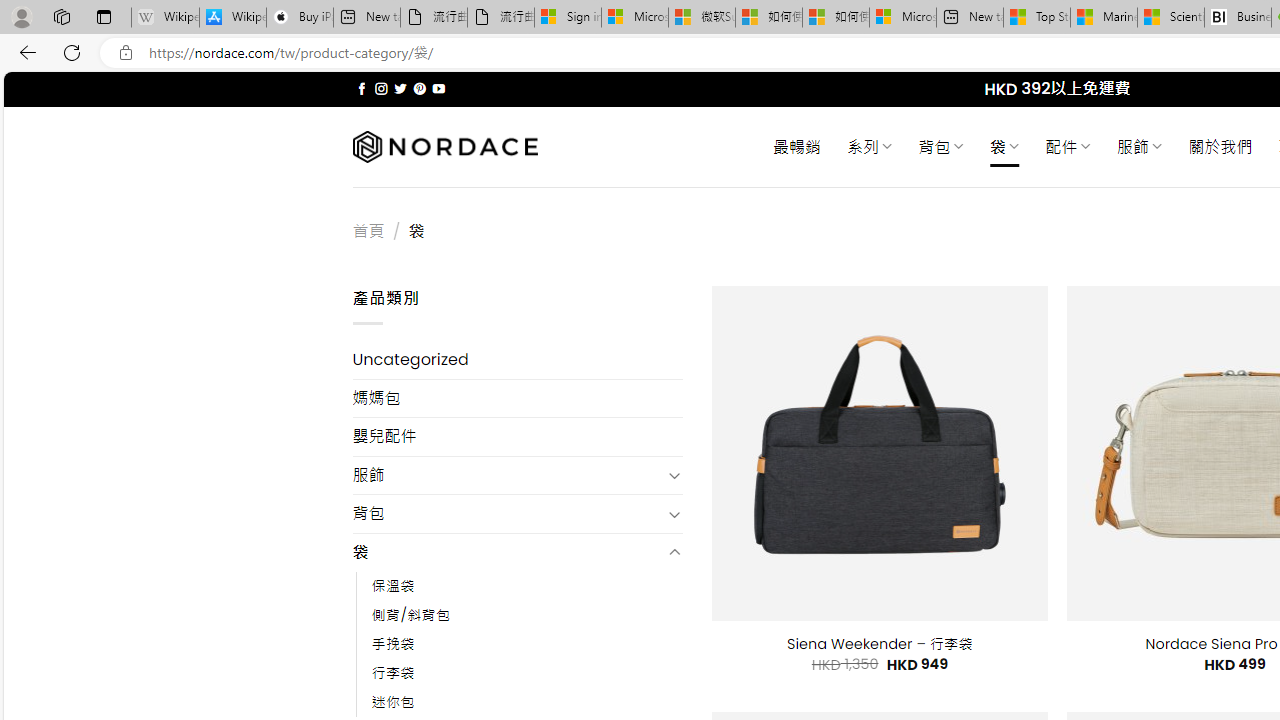 The height and width of the screenshot is (720, 1280). What do you see at coordinates (1103, 17) in the screenshot?
I see `'Marine life - MSN'` at bounding box center [1103, 17].